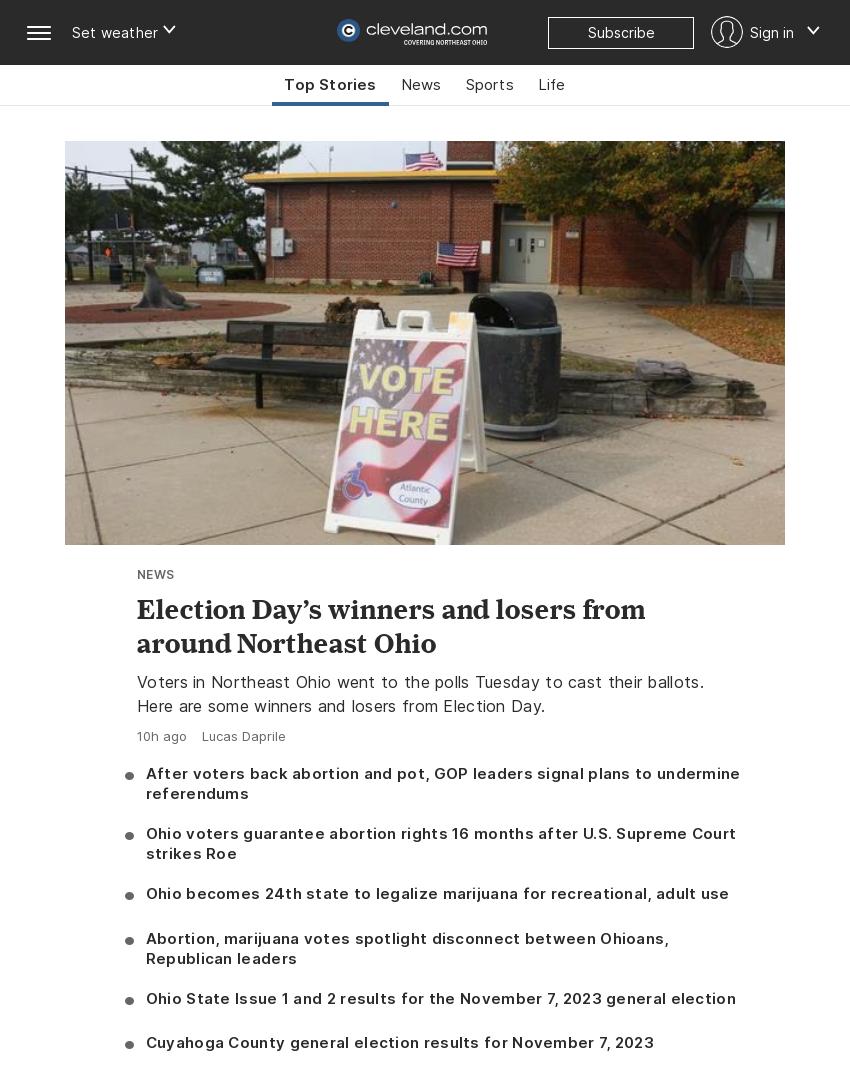  Describe the element at coordinates (399, 1042) in the screenshot. I see `'Cuyahoga County general election results for November 7, 2023'` at that location.